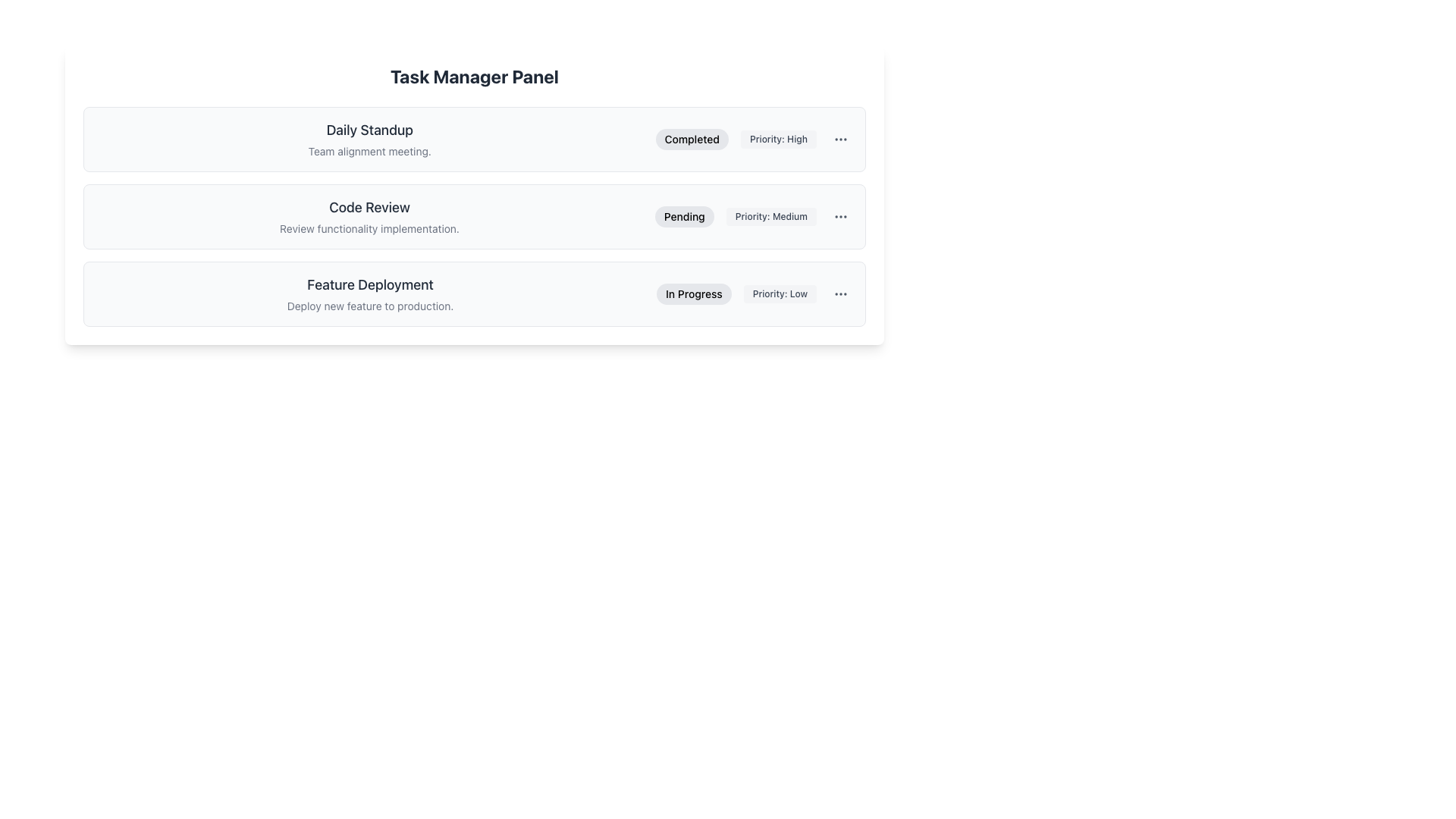 Image resolution: width=1456 pixels, height=819 pixels. What do you see at coordinates (839, 140) in the screenshot?
I see `the Ellipsis menu icon located at the far right of the first task entry` at bounding box center [839, 140].